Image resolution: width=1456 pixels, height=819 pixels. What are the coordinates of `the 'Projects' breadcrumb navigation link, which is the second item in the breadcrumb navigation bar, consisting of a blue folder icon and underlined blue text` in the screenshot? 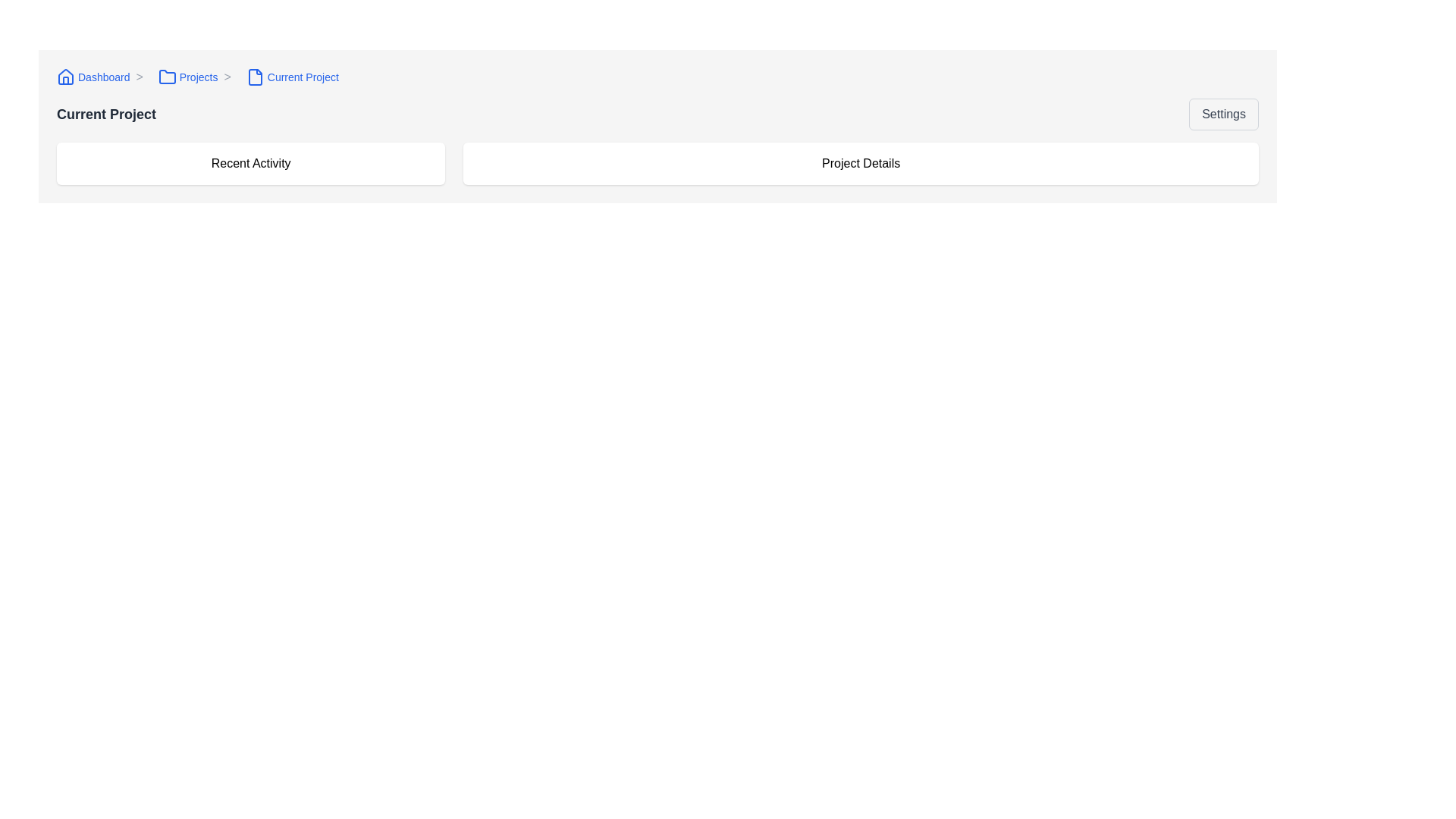 It's located at (196, 77).